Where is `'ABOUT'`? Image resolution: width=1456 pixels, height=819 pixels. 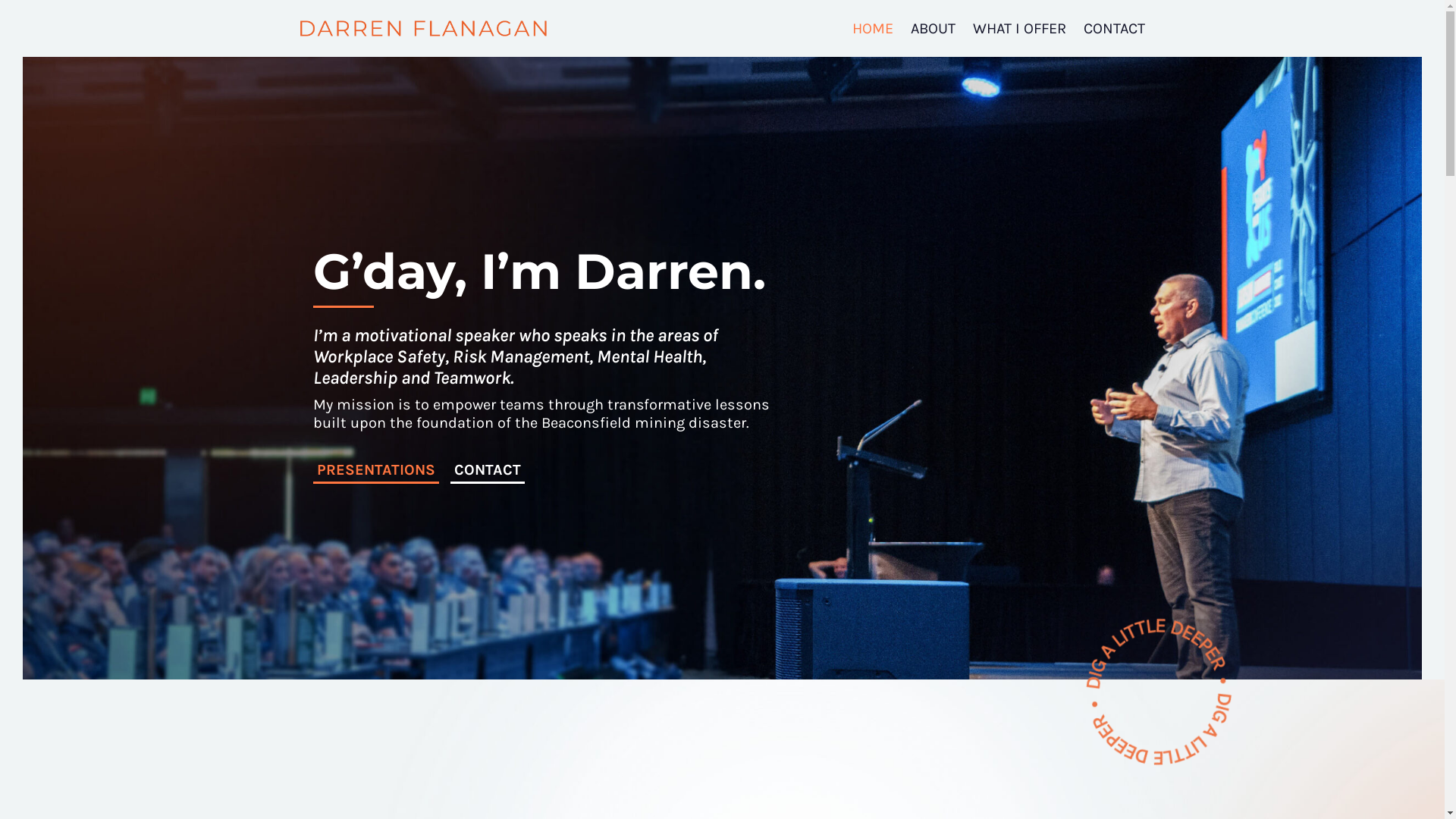 'ABOUT' is located at coordinates (932, 29).